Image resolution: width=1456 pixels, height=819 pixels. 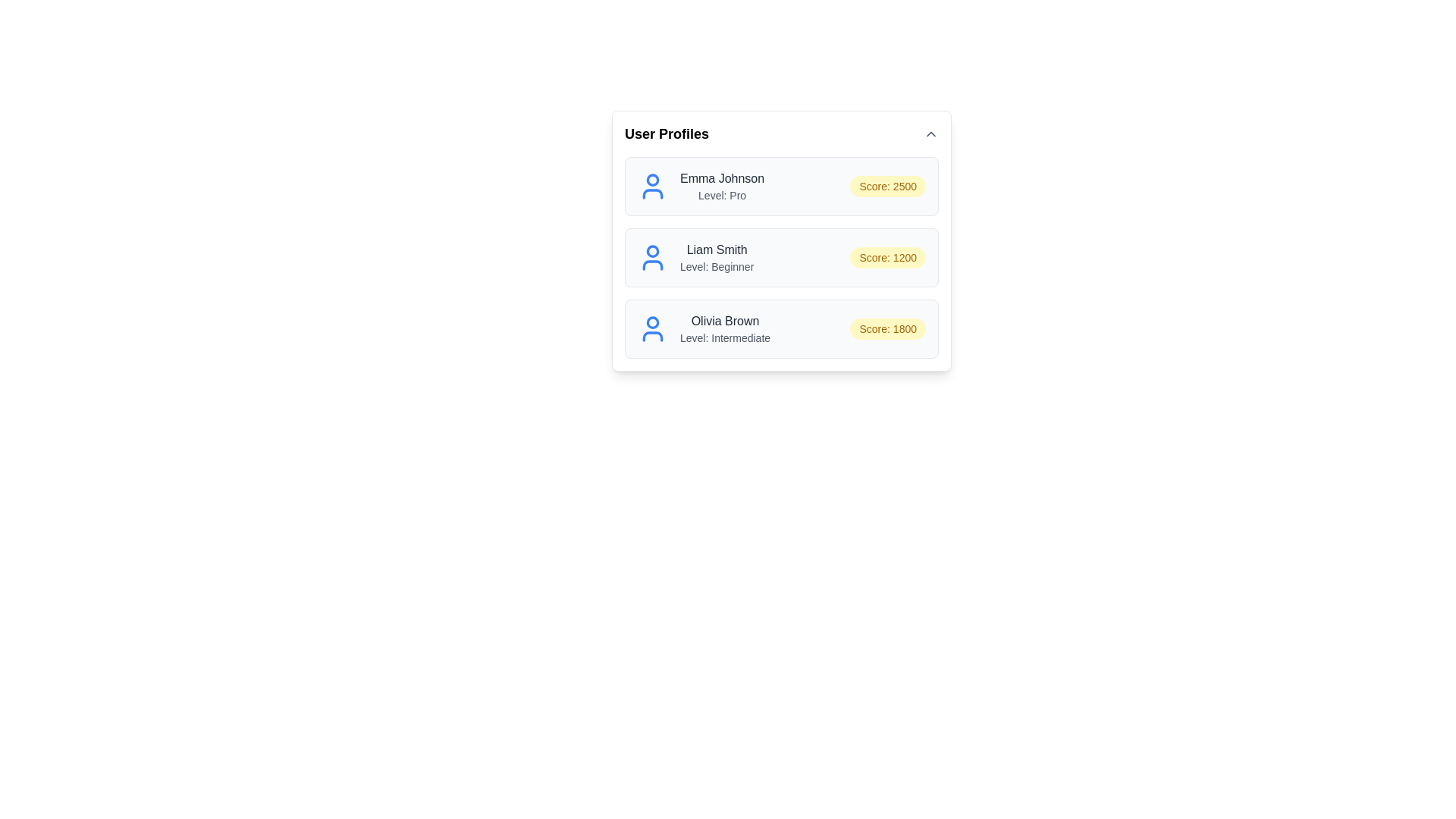 I want to click on the profile icon representing user 'Emma Johnson' located in the top left corner of the user profiles list, adjacent to 'Emma Johnson Level: Pro', so click(x=652, y=186).